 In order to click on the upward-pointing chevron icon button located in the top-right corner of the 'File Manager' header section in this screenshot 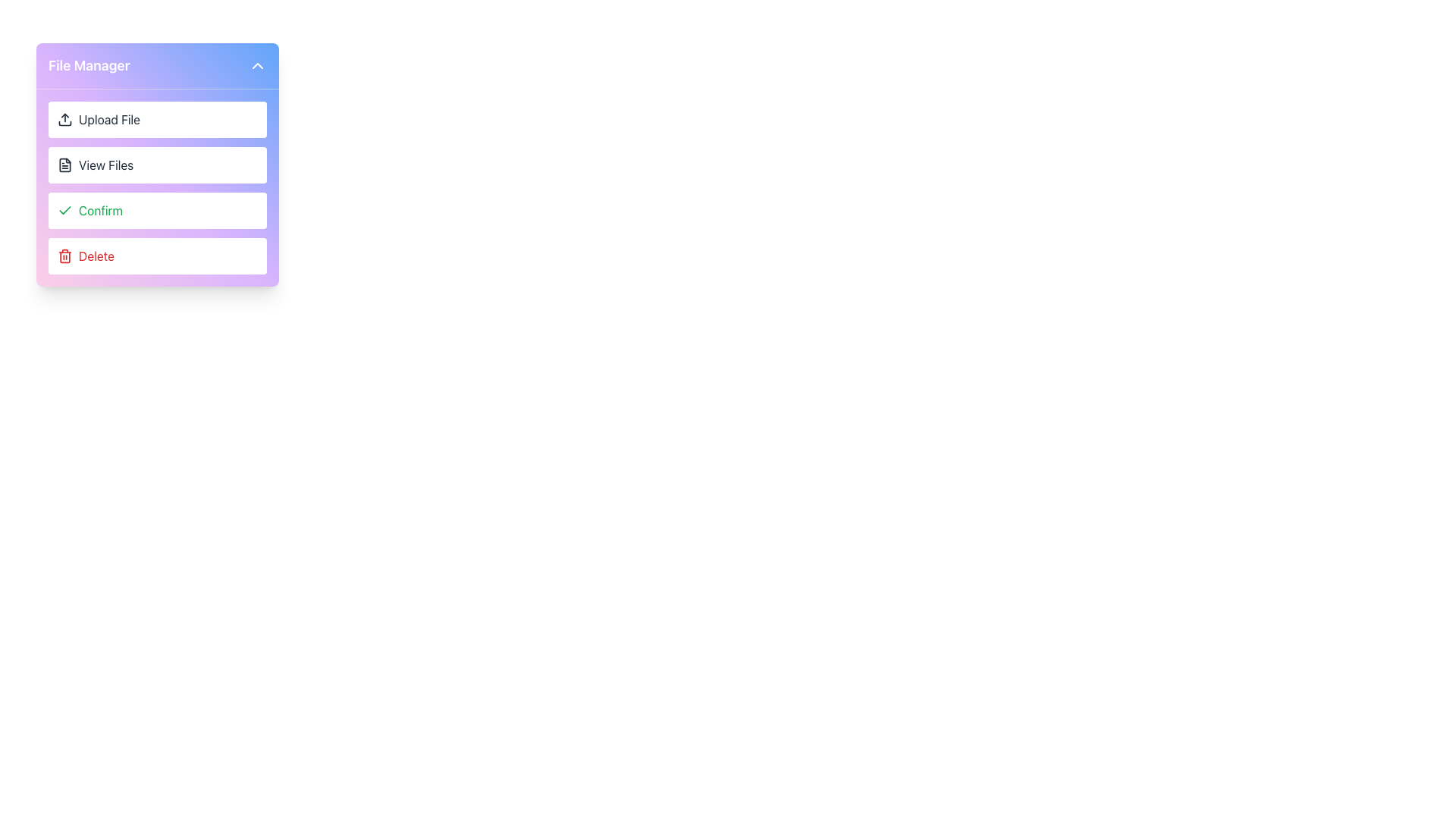, I will do `click(258, 65)`.